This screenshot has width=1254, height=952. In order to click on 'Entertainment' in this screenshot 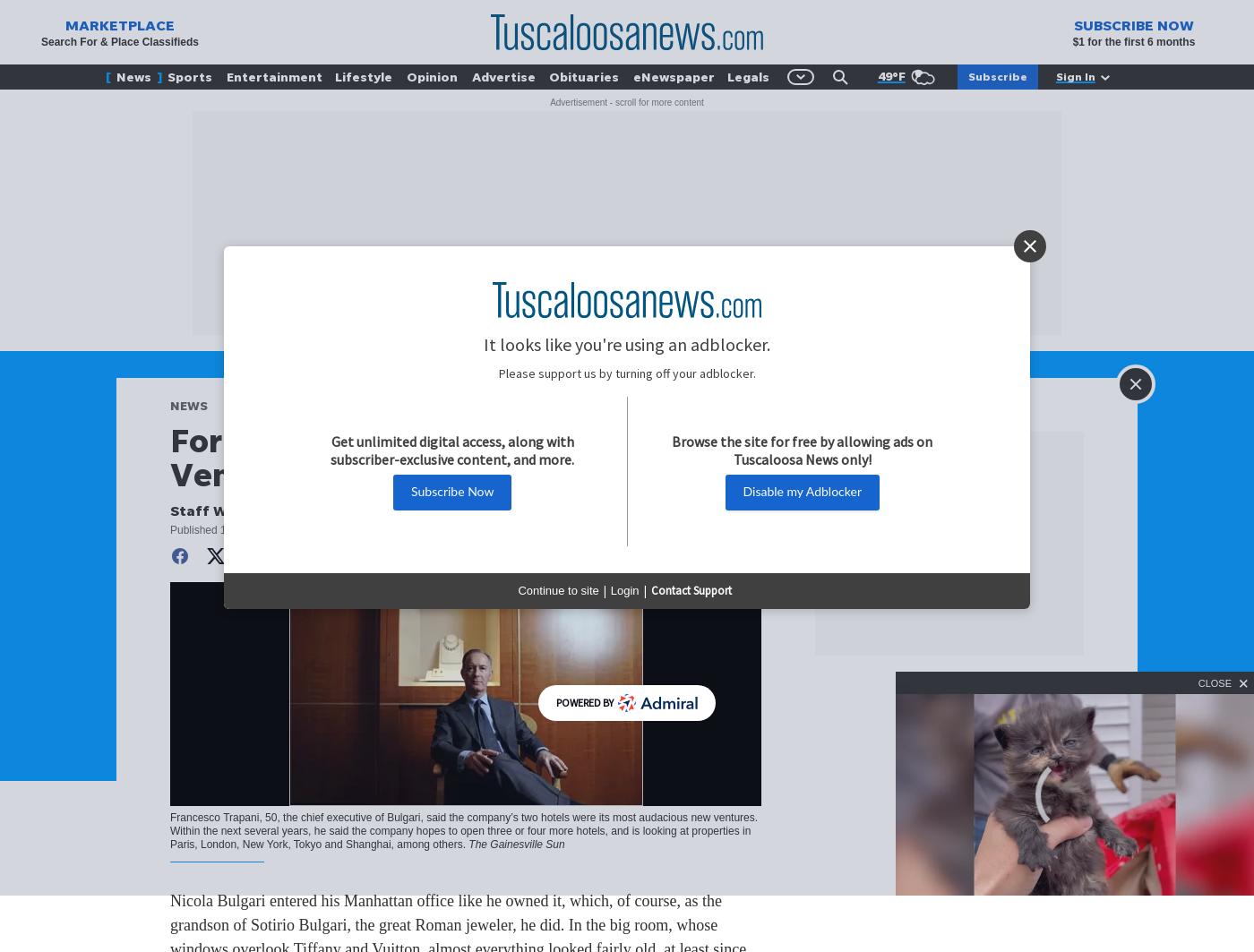, I will do `click(226, 76)`.